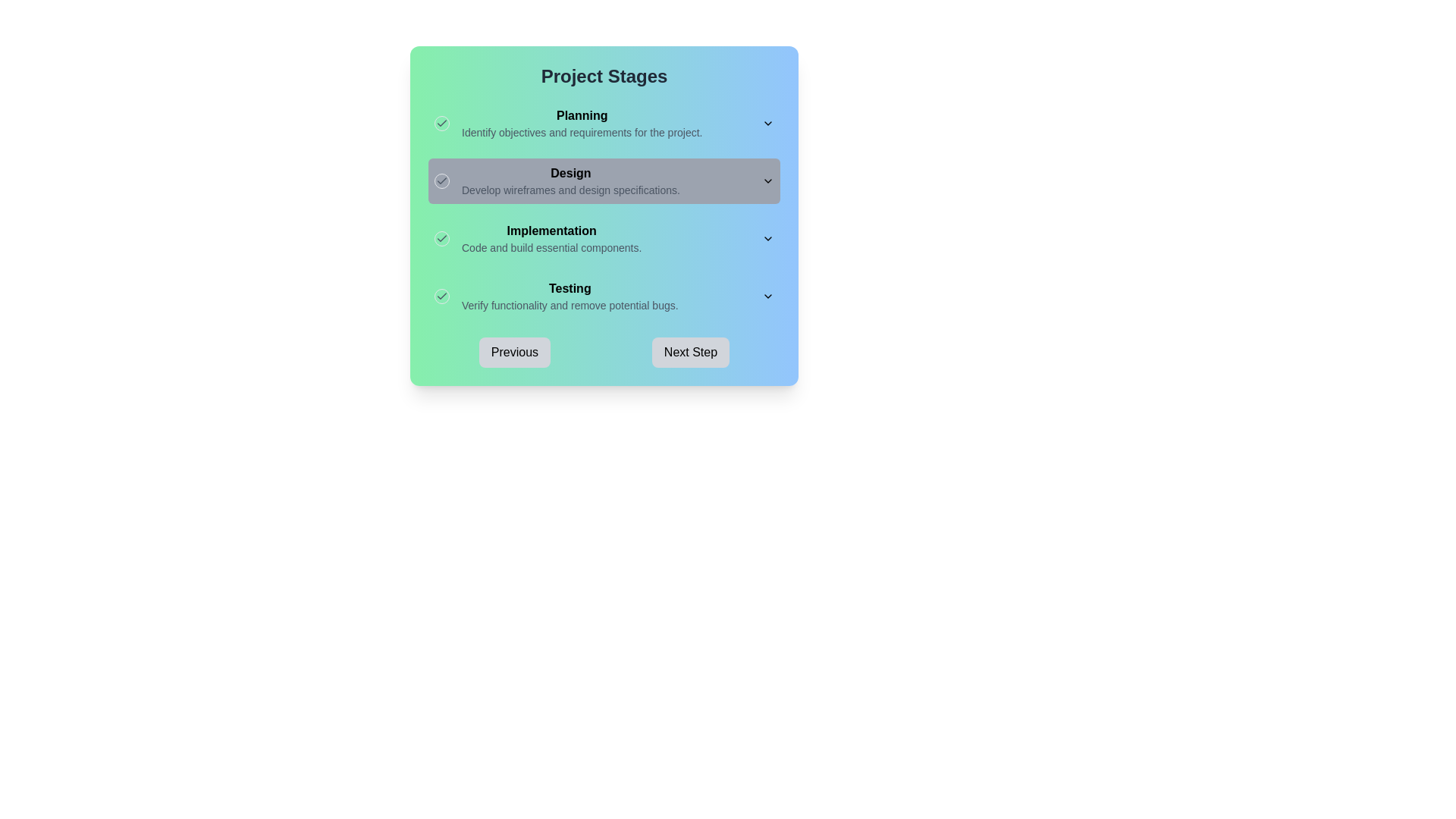 The height and width of the screenshot is (819, 1456). What do you see at coordinates (570, 172) in the screenshot?
I see `the bold, black text 'Design' which is located within a grey background section, positioned between 'Planning' and 'Implementation'` at bounding box center [570, 172].